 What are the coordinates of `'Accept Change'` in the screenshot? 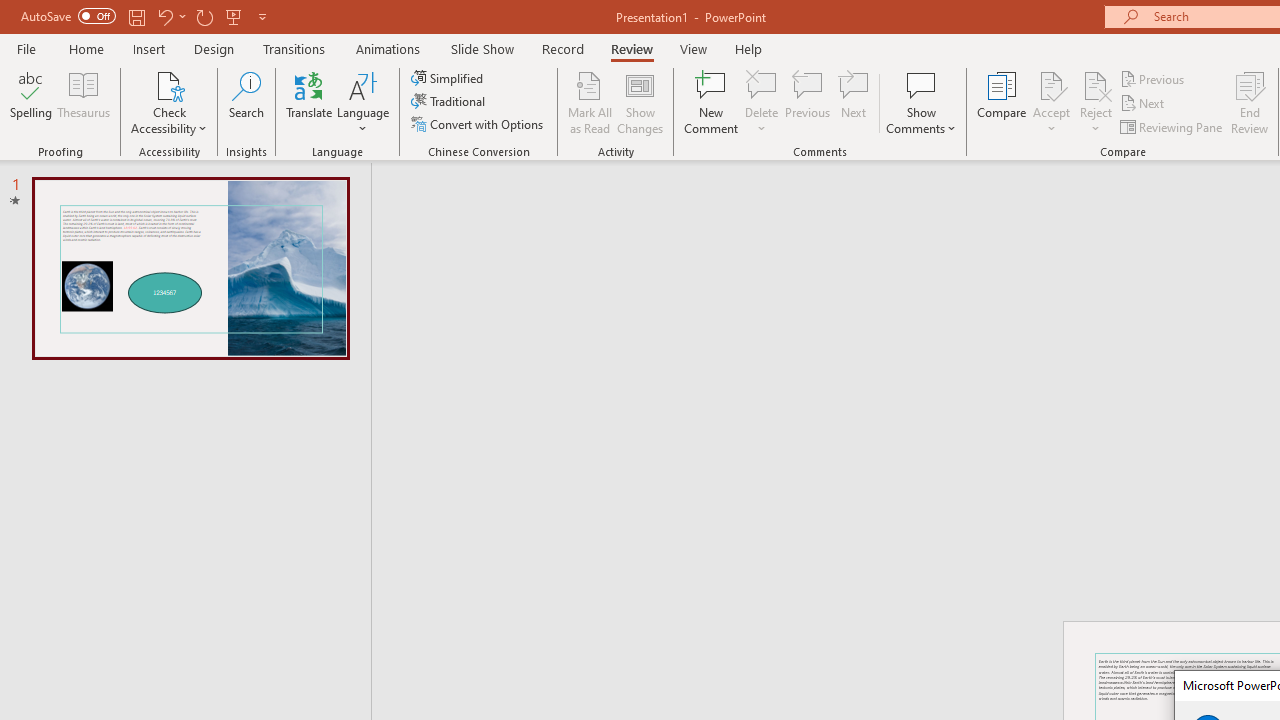 It's located at (1050, 84).